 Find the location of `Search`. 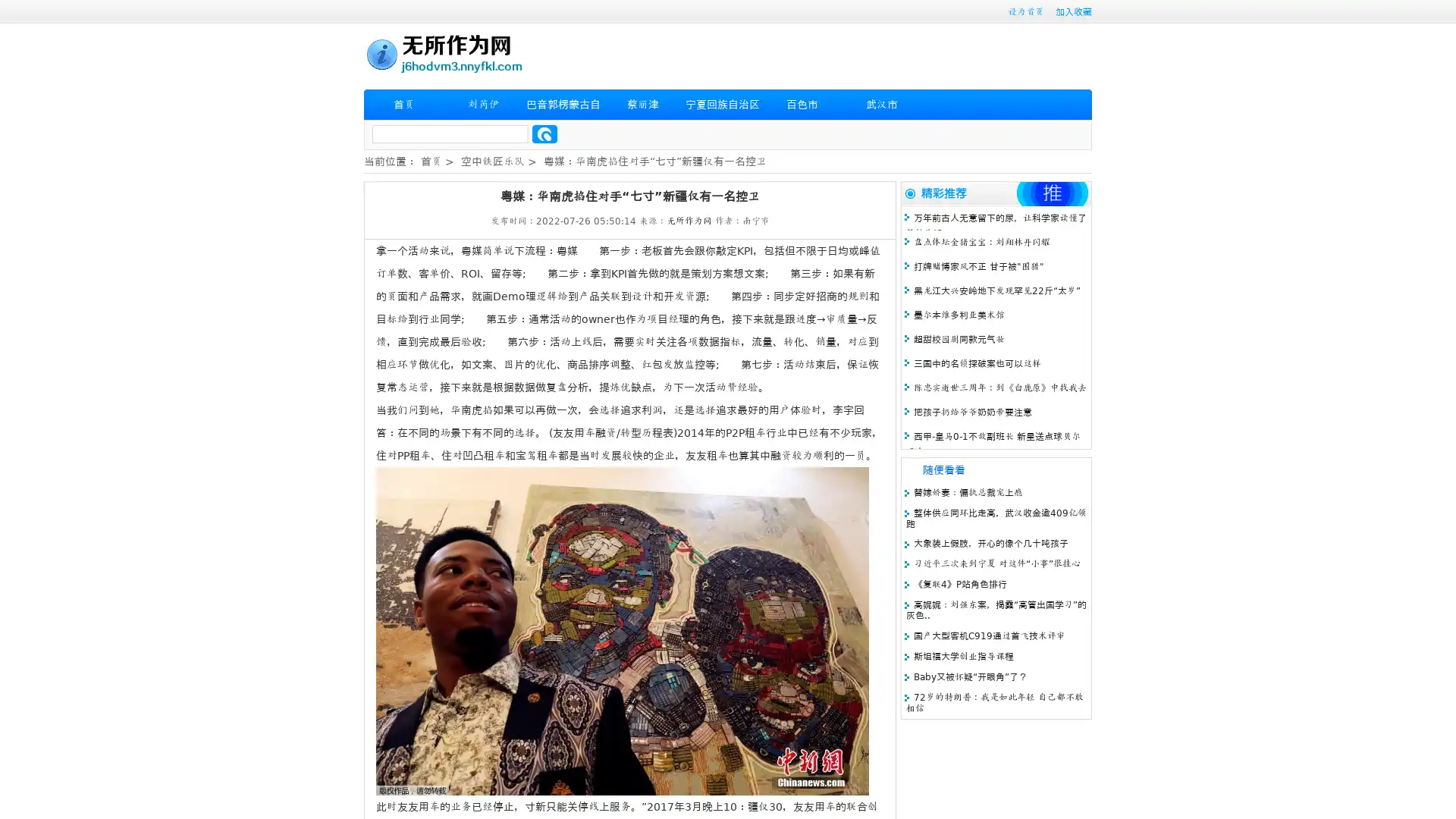

Search is located at coordinates (544, 133).